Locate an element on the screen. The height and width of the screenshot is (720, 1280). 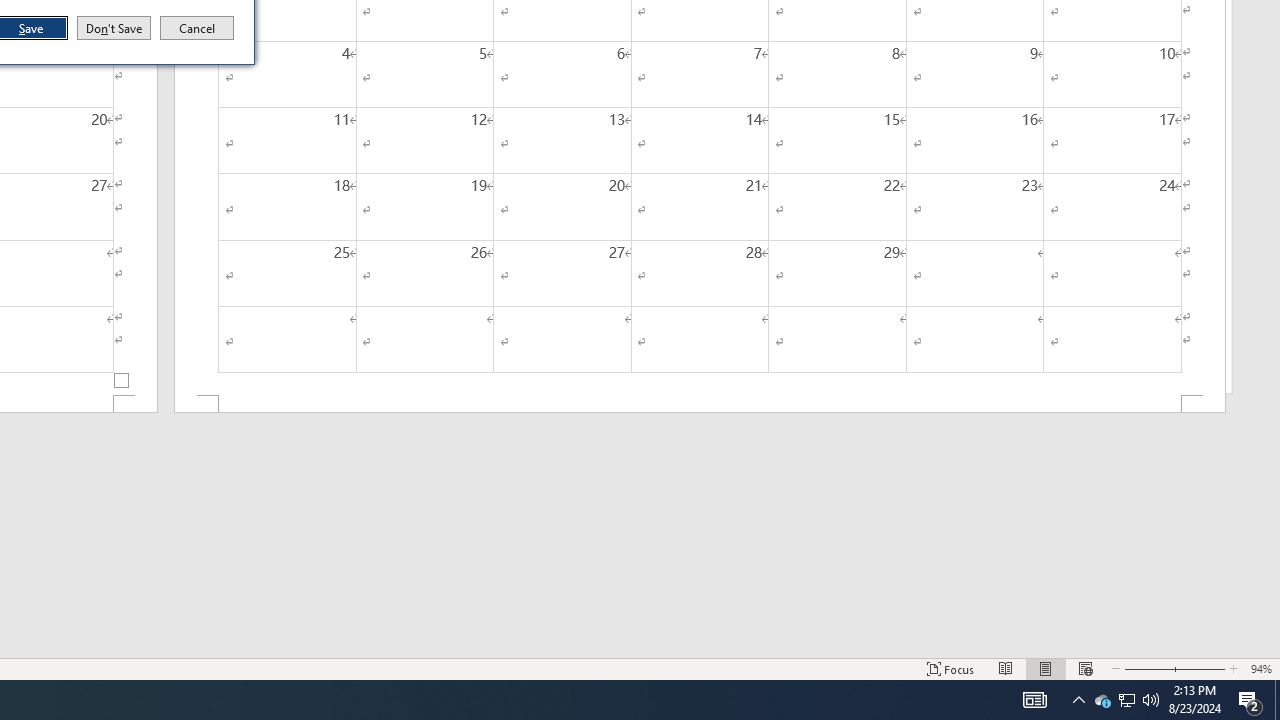
'User Promoted Notification Area' is located at coordinates (1127, 698).